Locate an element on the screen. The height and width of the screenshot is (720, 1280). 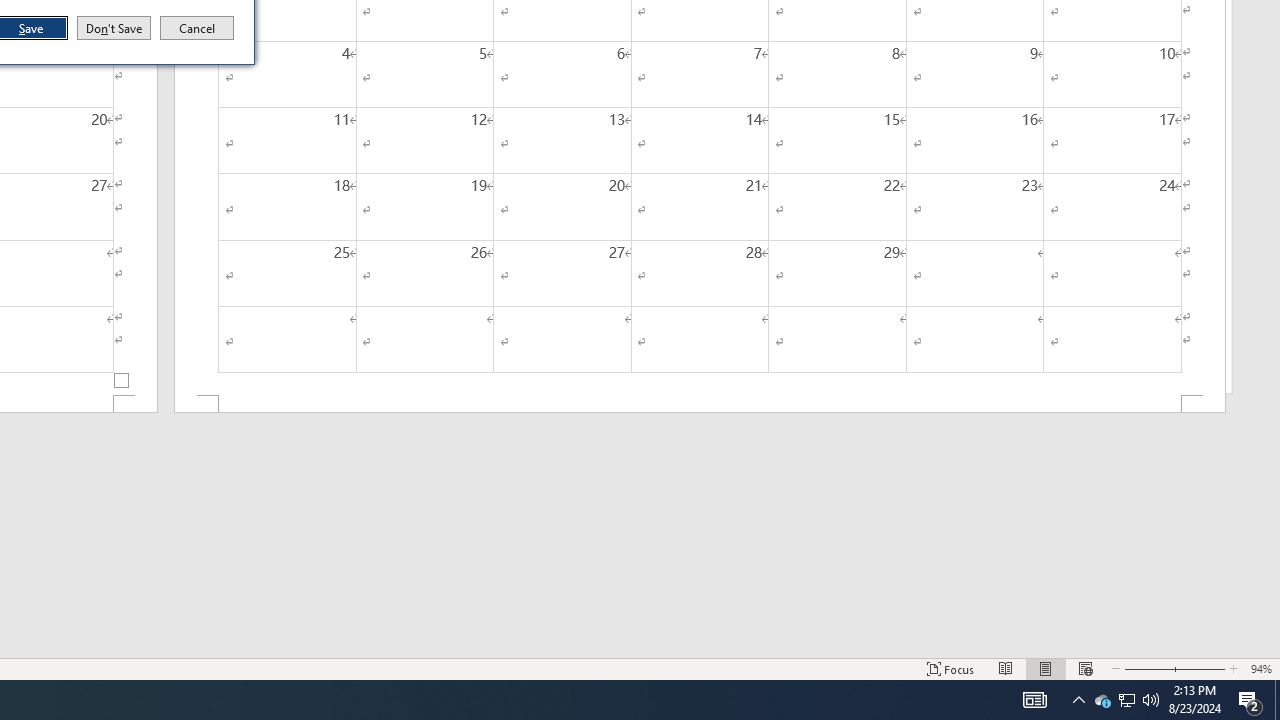
'User Promoted Notification Area' is located at coordinates (1127, 698).